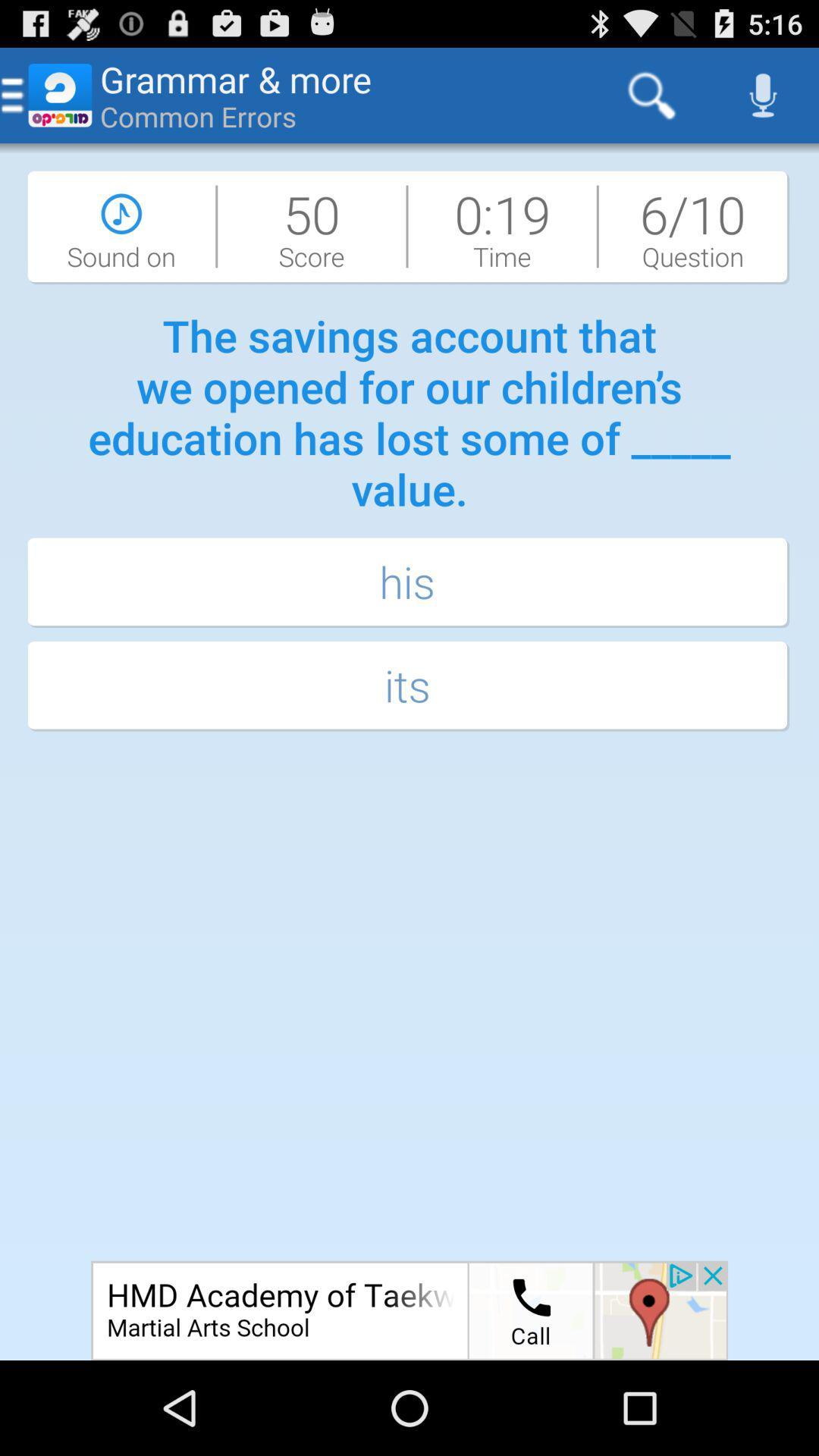 The width and height of the screenshot is (819, 1456). What do you see at coordinates (409, 1310) in the screenshot?
I see `navigate to advertiser page` at bounding box center [409, 1310].